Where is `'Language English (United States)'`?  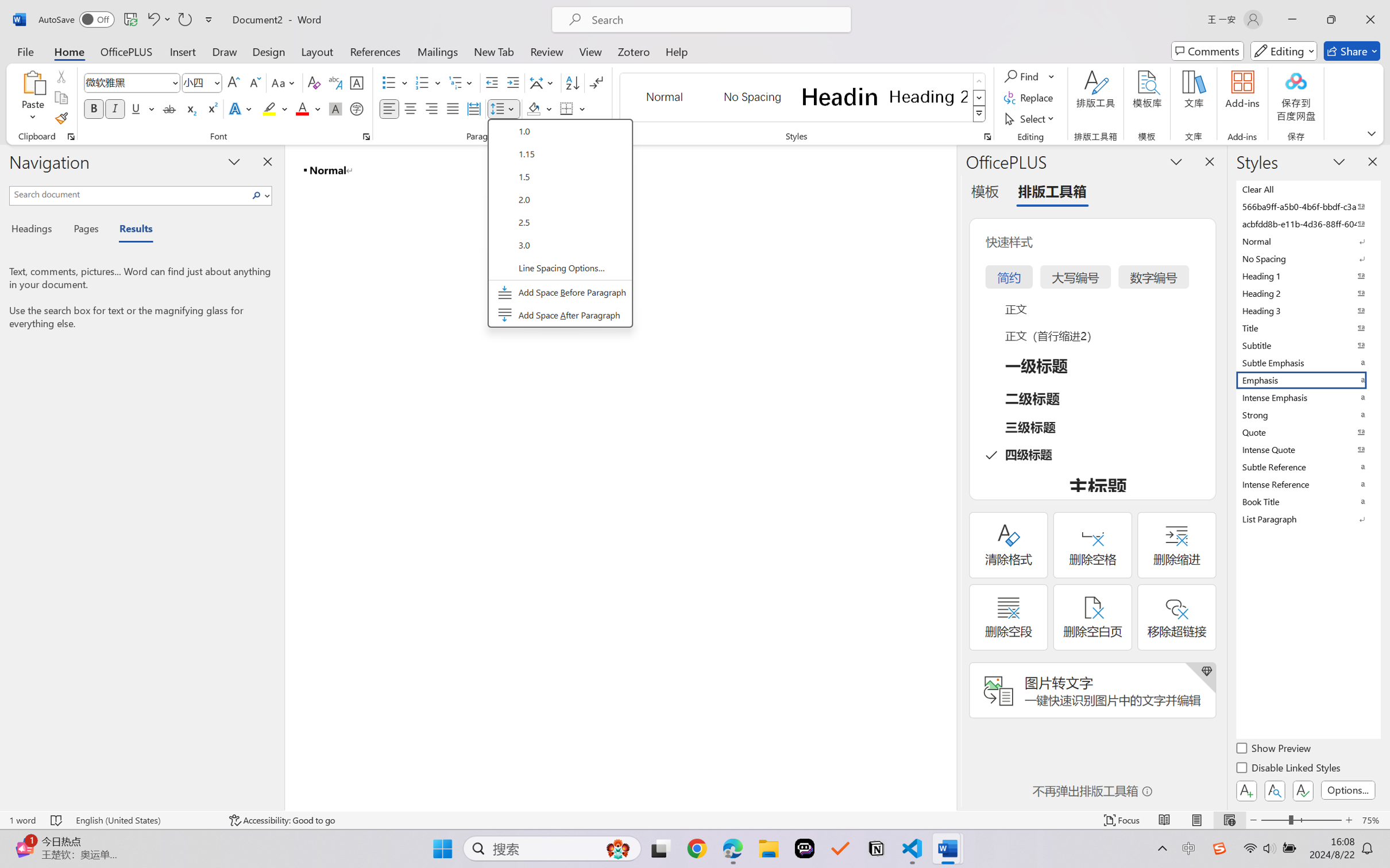 'Language English (United States)' is located at coordinates (144, 820).